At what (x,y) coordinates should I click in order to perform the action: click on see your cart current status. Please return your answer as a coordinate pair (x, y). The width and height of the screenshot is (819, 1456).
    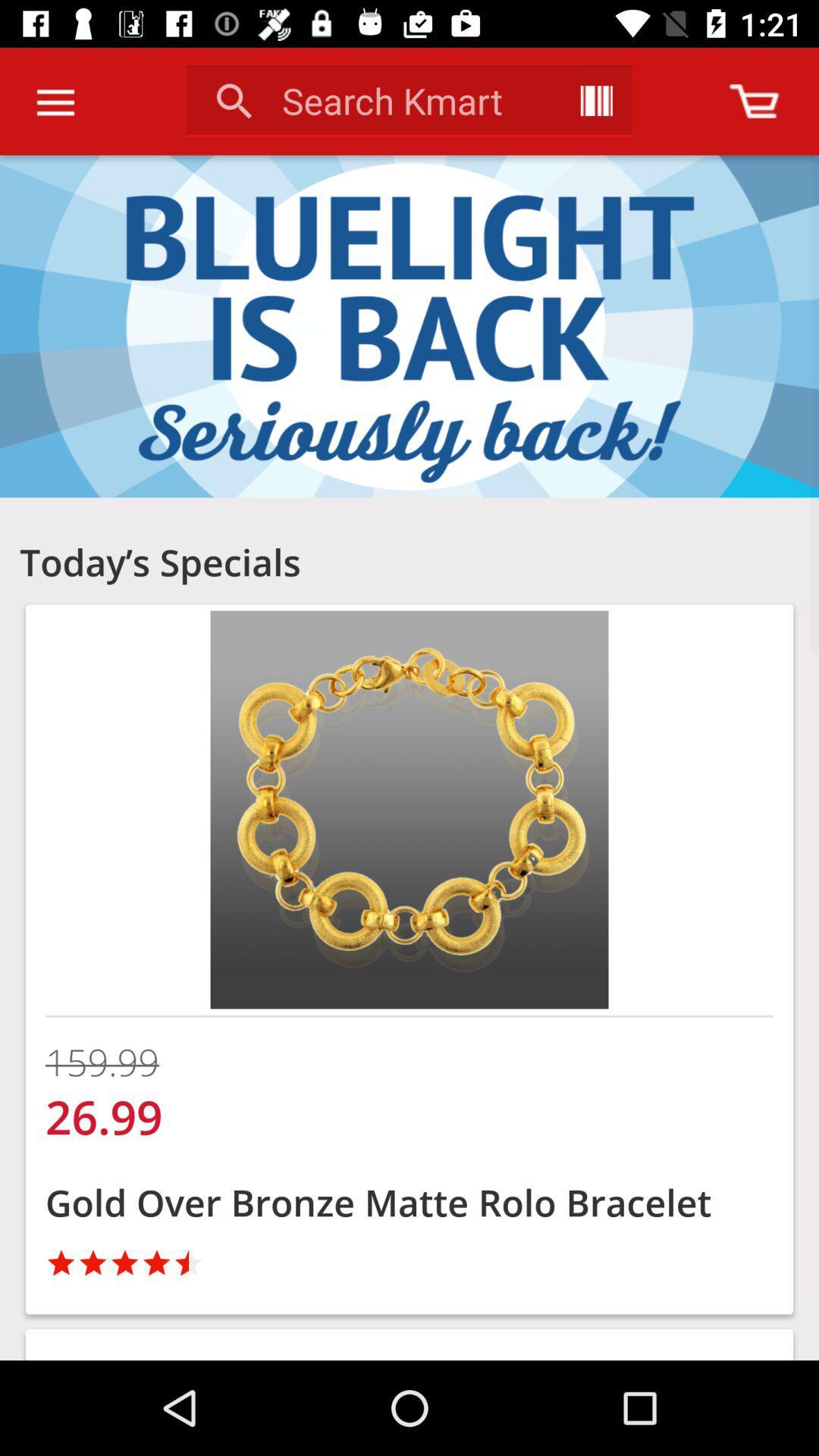
    Looking at the image, I should click on (754, 100).